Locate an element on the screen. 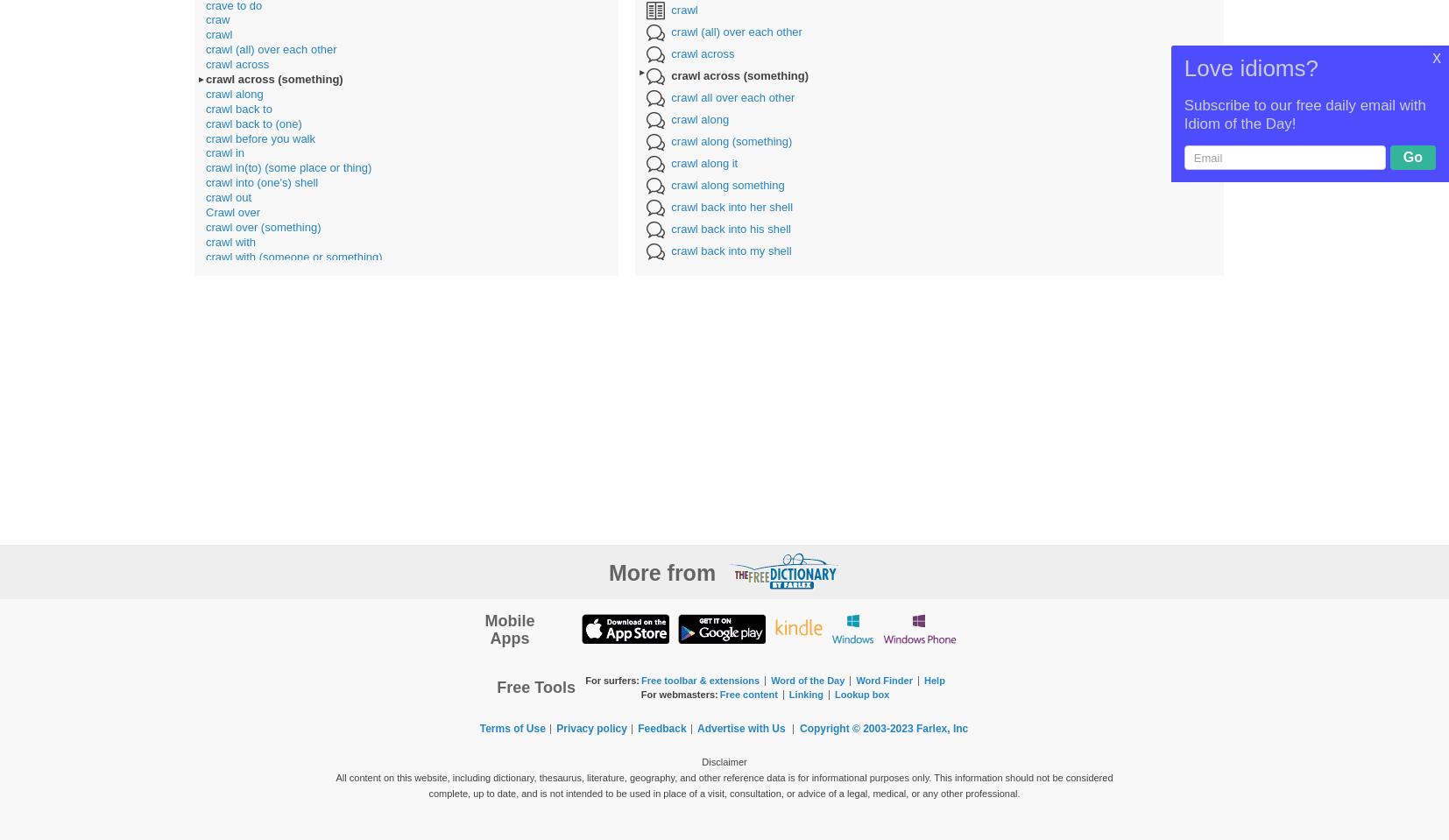 The image size is (1449, 840). 'Lookup box' is located at coordinates (860, 694).